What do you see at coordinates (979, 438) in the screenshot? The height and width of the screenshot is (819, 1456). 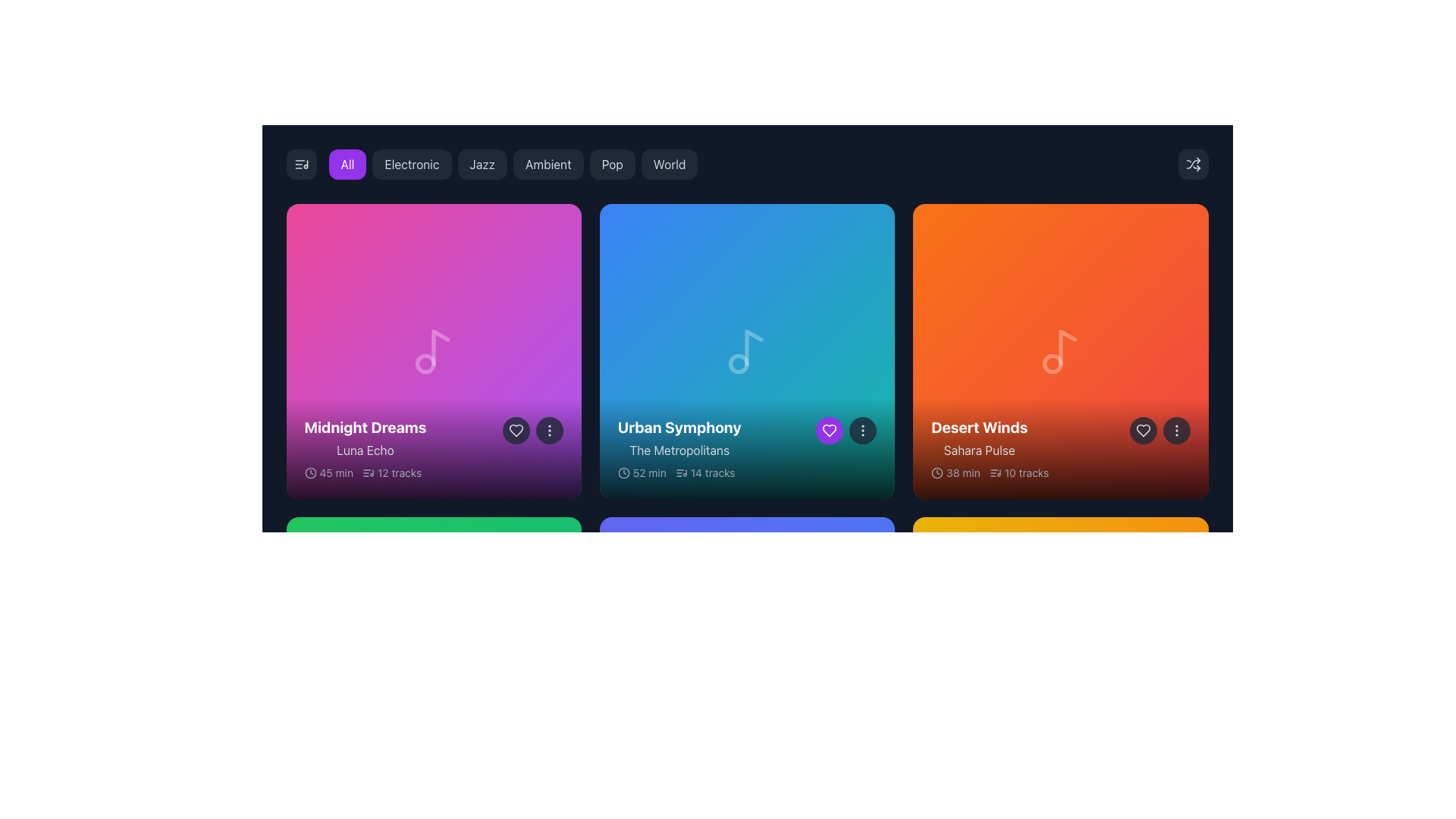 I see `the title and subtitle display for the playlist 'Desert Winds' by artist 'Sahara Pulse', located in the third card of the first row of the grid` at bounding box center [979, 438].